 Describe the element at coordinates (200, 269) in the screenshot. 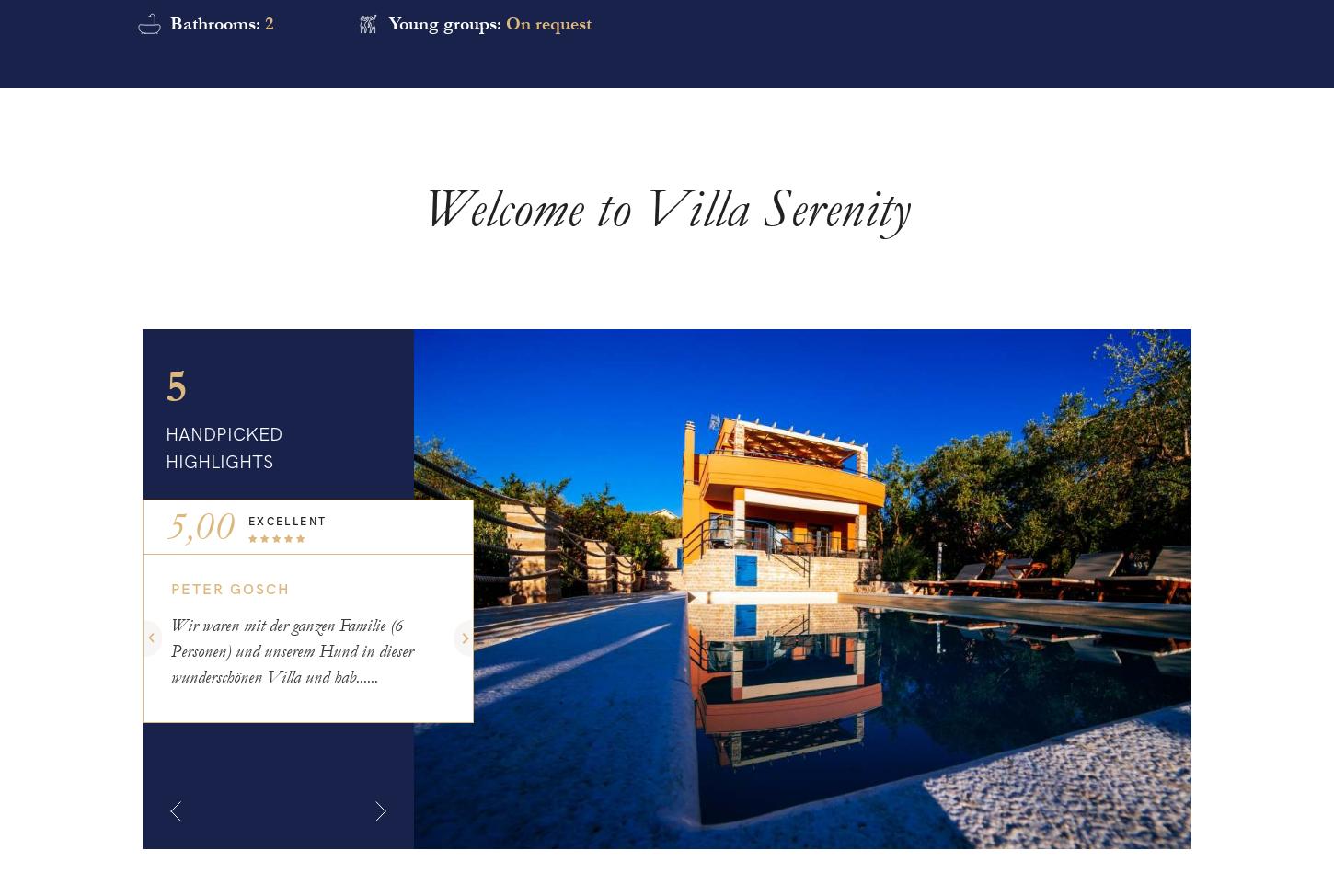

I see `'Follow us'` at that location.